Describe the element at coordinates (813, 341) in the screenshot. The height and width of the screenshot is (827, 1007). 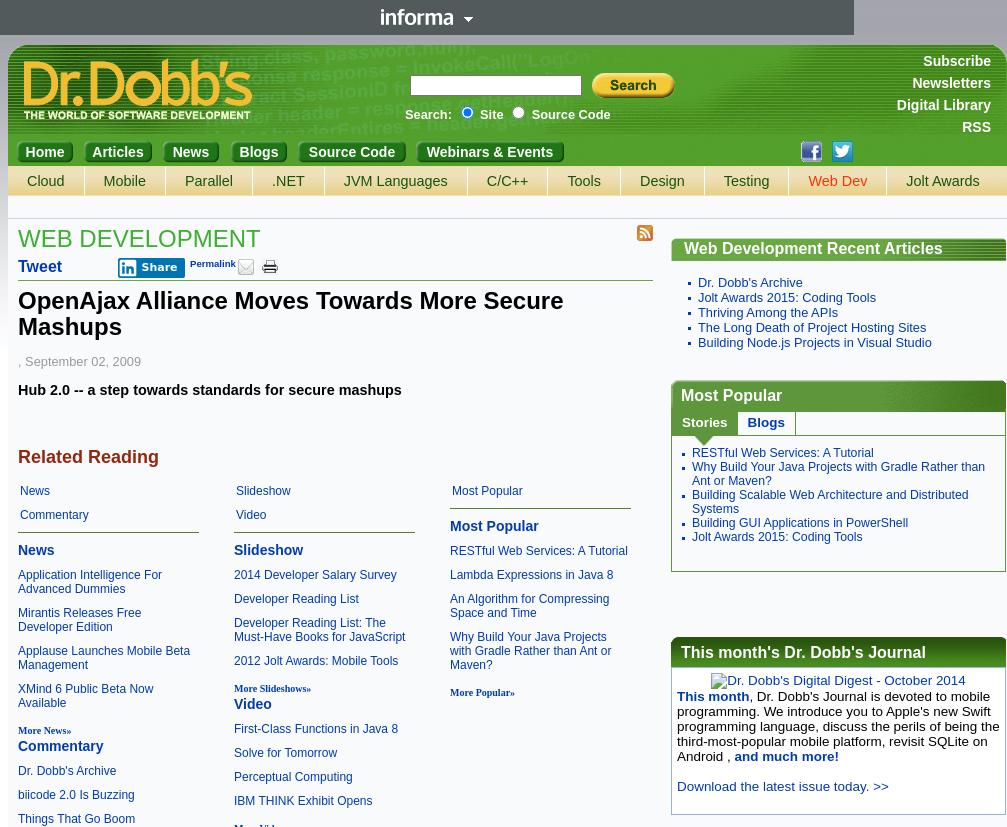
I see `'Building Node.js Projects in Visual Studio'` at that location.